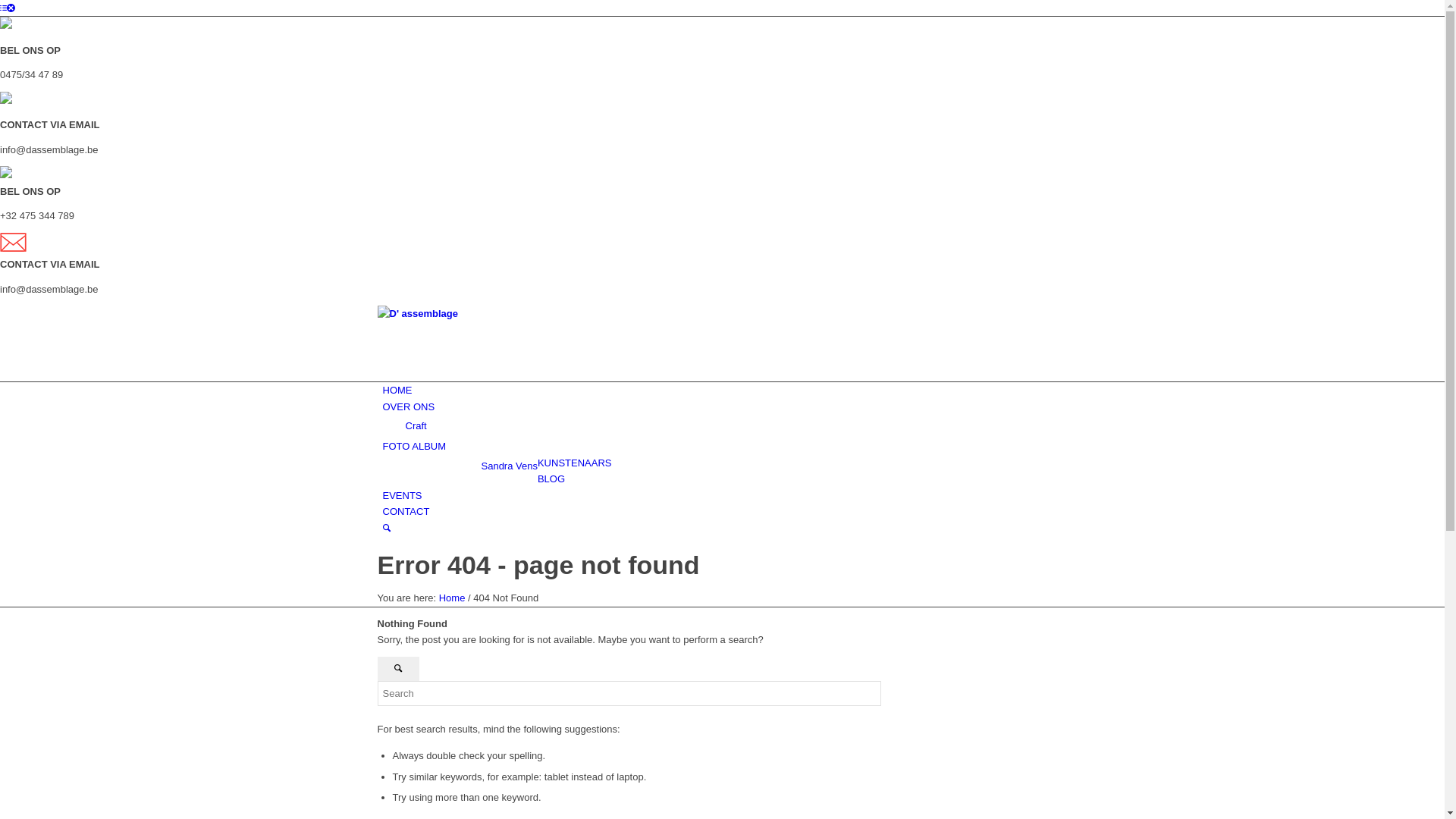 This screenshot has width=1456, height=819. I want to click on 'Sandra Vens', so click(509, 465).